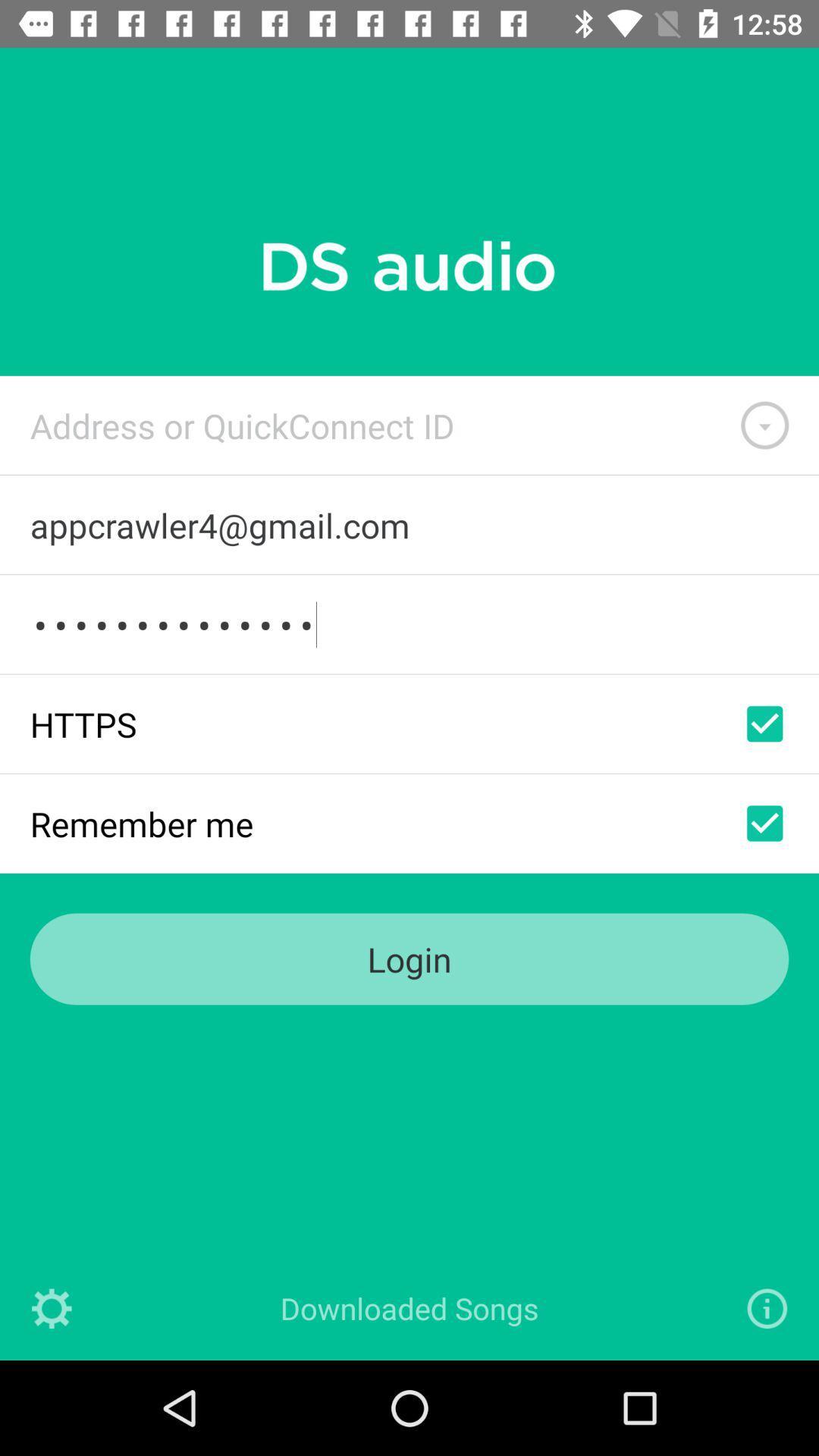 The width and height of the screenshot is (819, 1456). Describe the element at coordinates (51, 1307) in the screenshot. I see `settings` at that location.